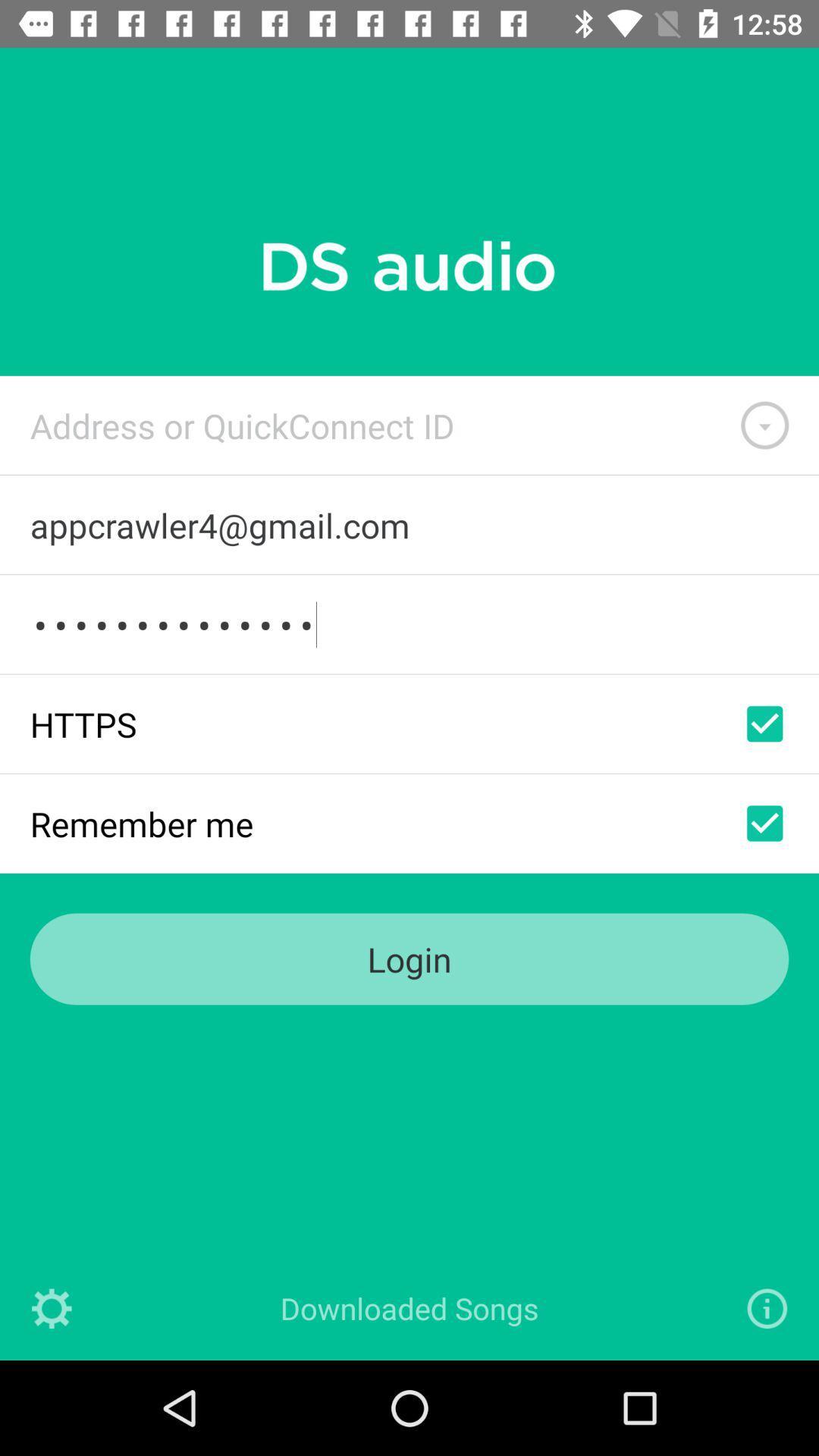 The width and height of the screenshot is (819, 1456). Describe the element at coordinates (51, 1307) in the screenshot. I see `settings` at that location.